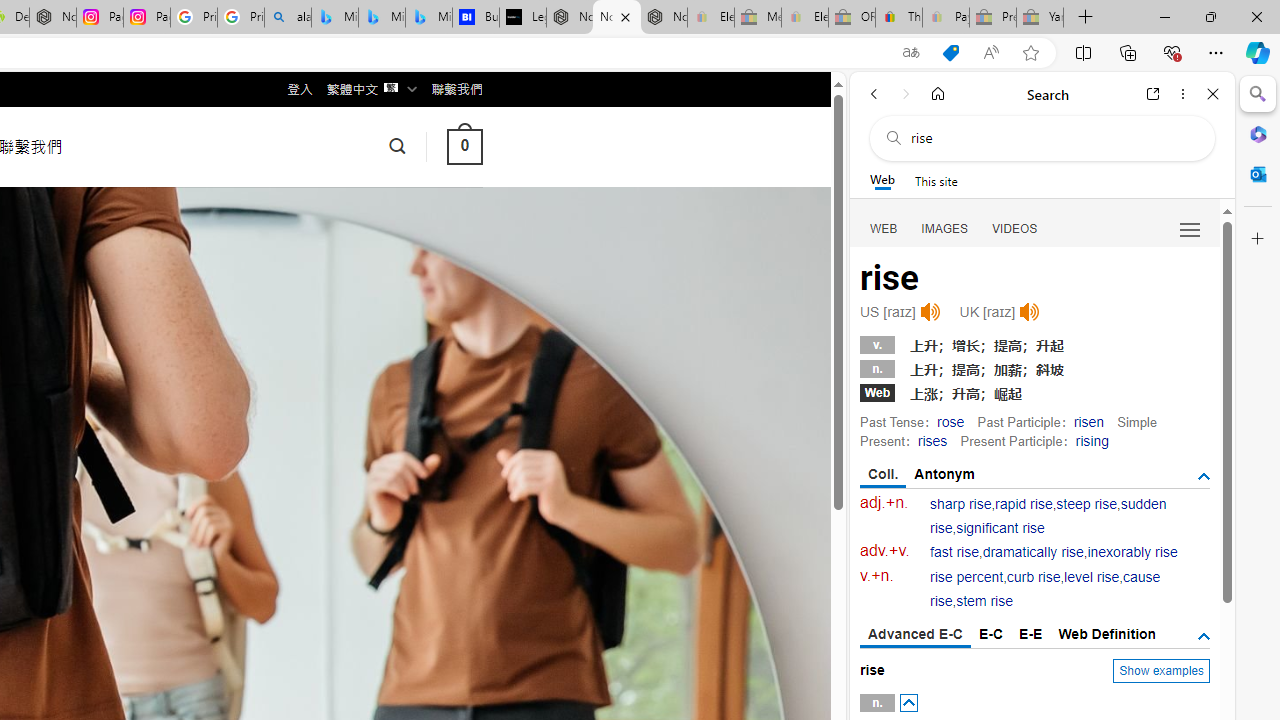 The image size is (1280, 720). What do you see at coordinates (897, 17) in the screenshot?
I see `'Threats and offensive language policy | eBay'` at bounding box center [897, 17].